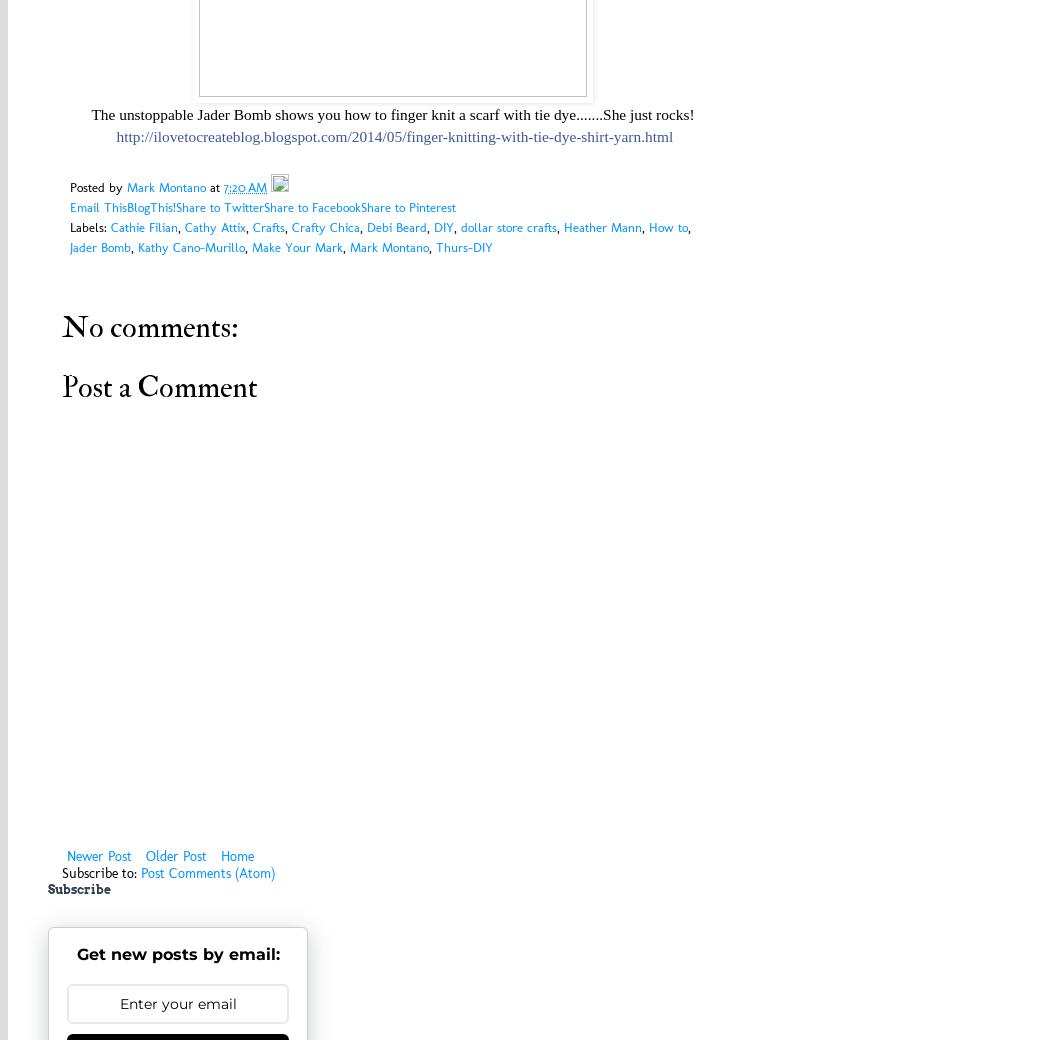  Describe the element at coordinates (394, 136) in the screenshot. I see `'http://ilovetocreateblog.blogspot.com/2014/05/finger-knitting-with-tie-dye-shirt-yarn.html'` at that location.